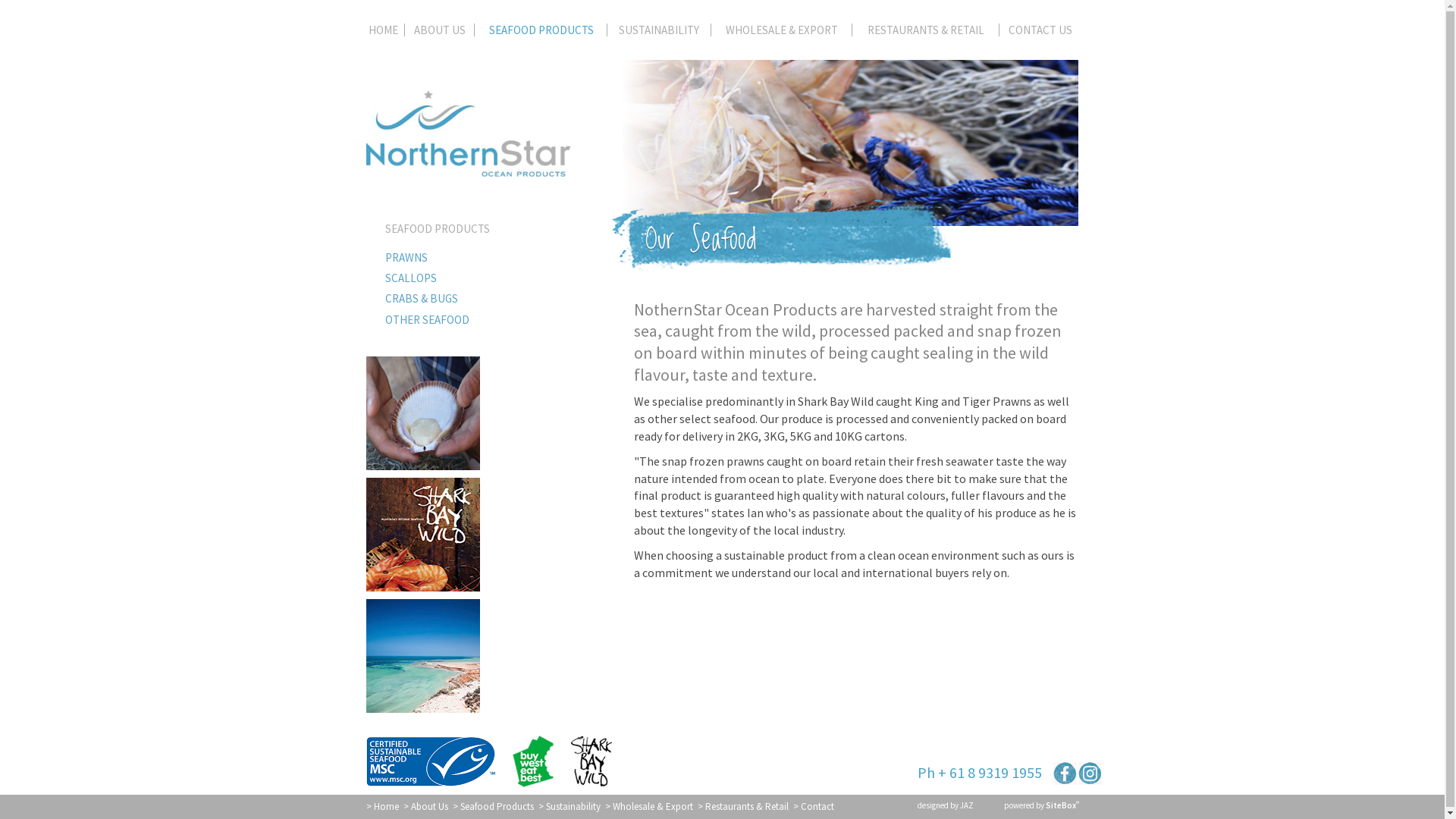  What do you see at coordinates (924, 33) in the screenshot?
I see `'RESTAURANTS` at bounding box center [924, 33].